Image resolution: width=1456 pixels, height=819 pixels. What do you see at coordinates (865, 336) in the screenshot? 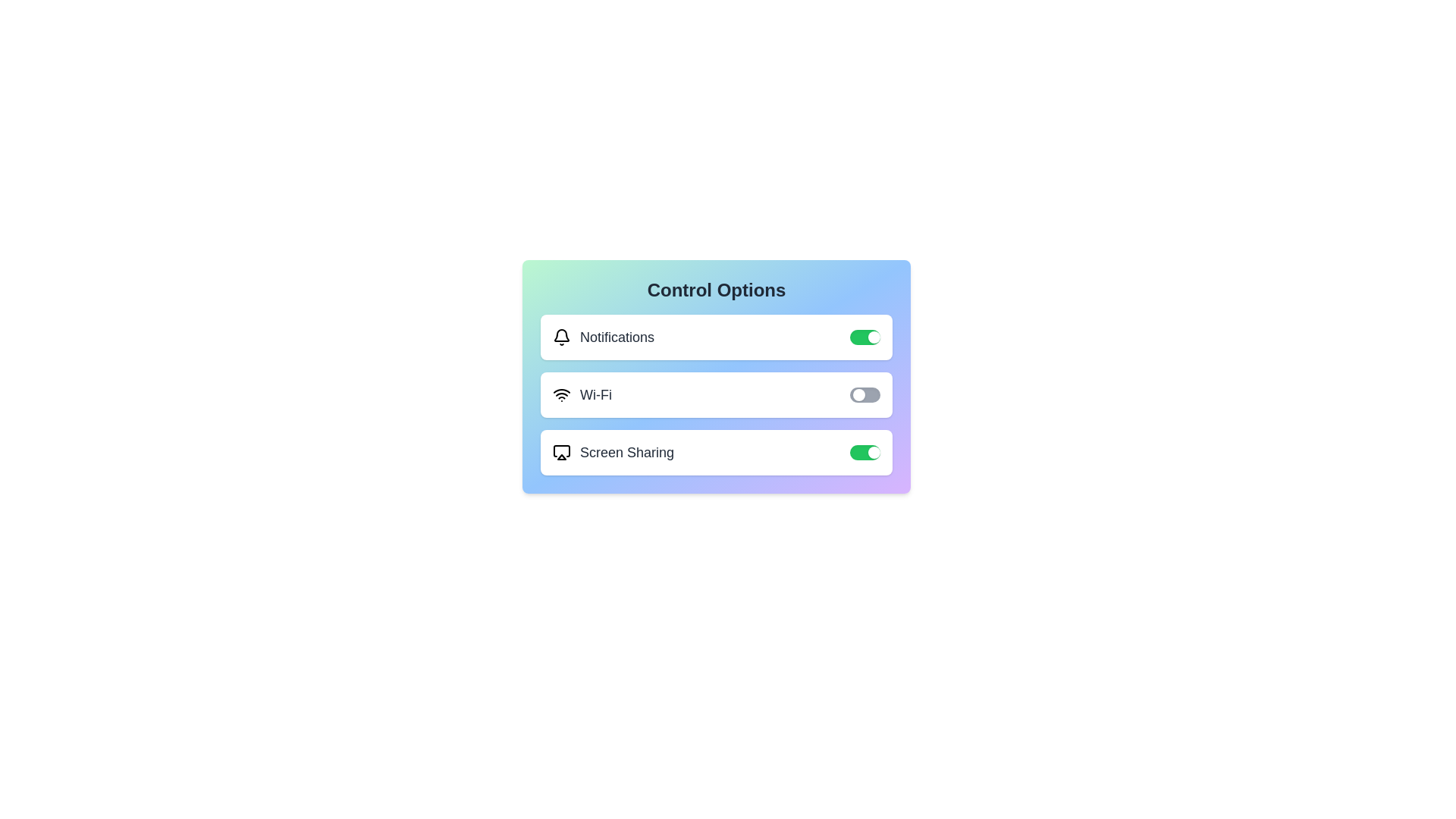
I see `the switch corresponding to Notifications` at bounding box center [865, 336].